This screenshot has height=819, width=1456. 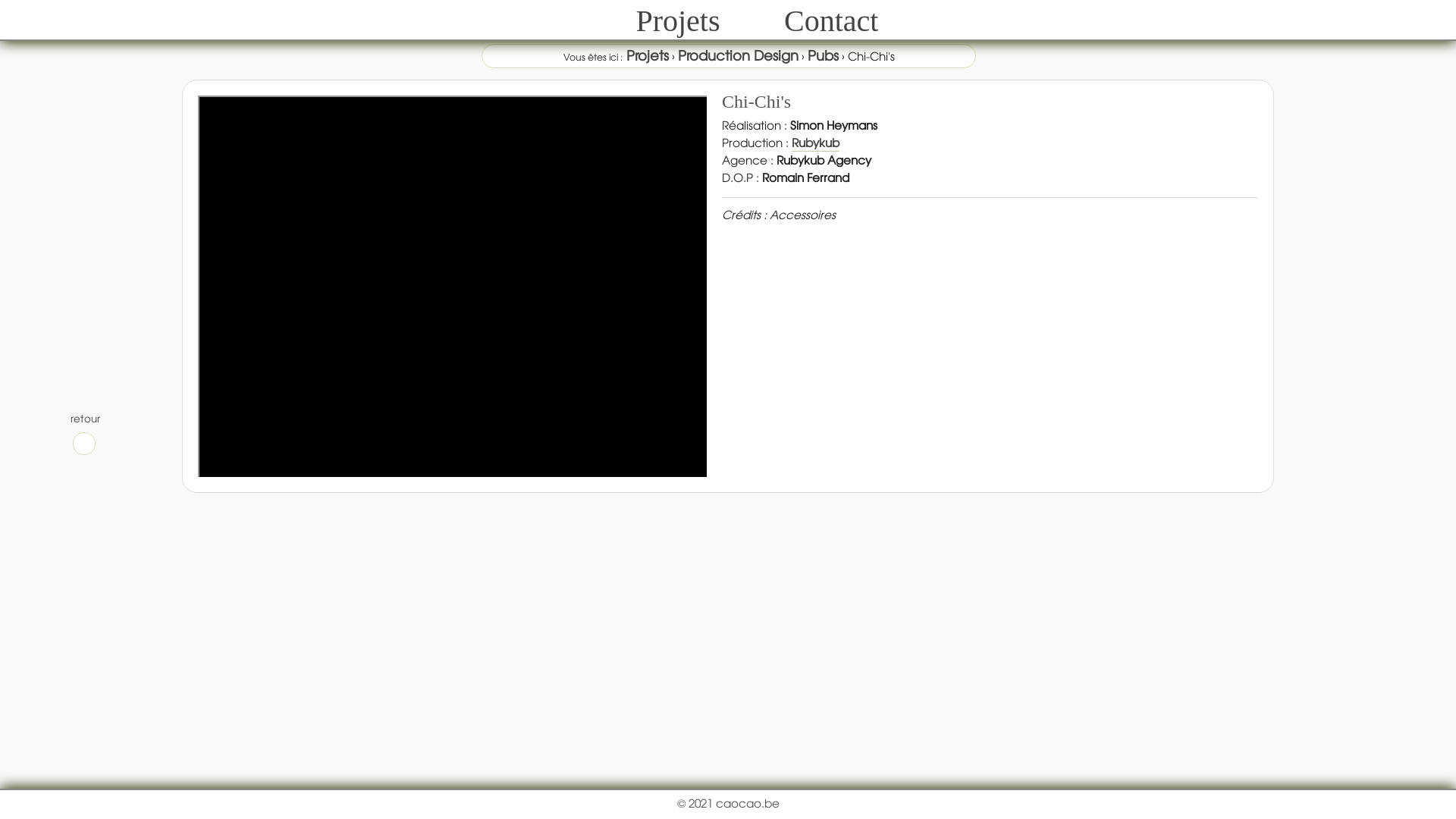 What do you see at coordinates (738, 54) in the screenshot?
I see `'Production Design'` at bounding box center [738, 54].